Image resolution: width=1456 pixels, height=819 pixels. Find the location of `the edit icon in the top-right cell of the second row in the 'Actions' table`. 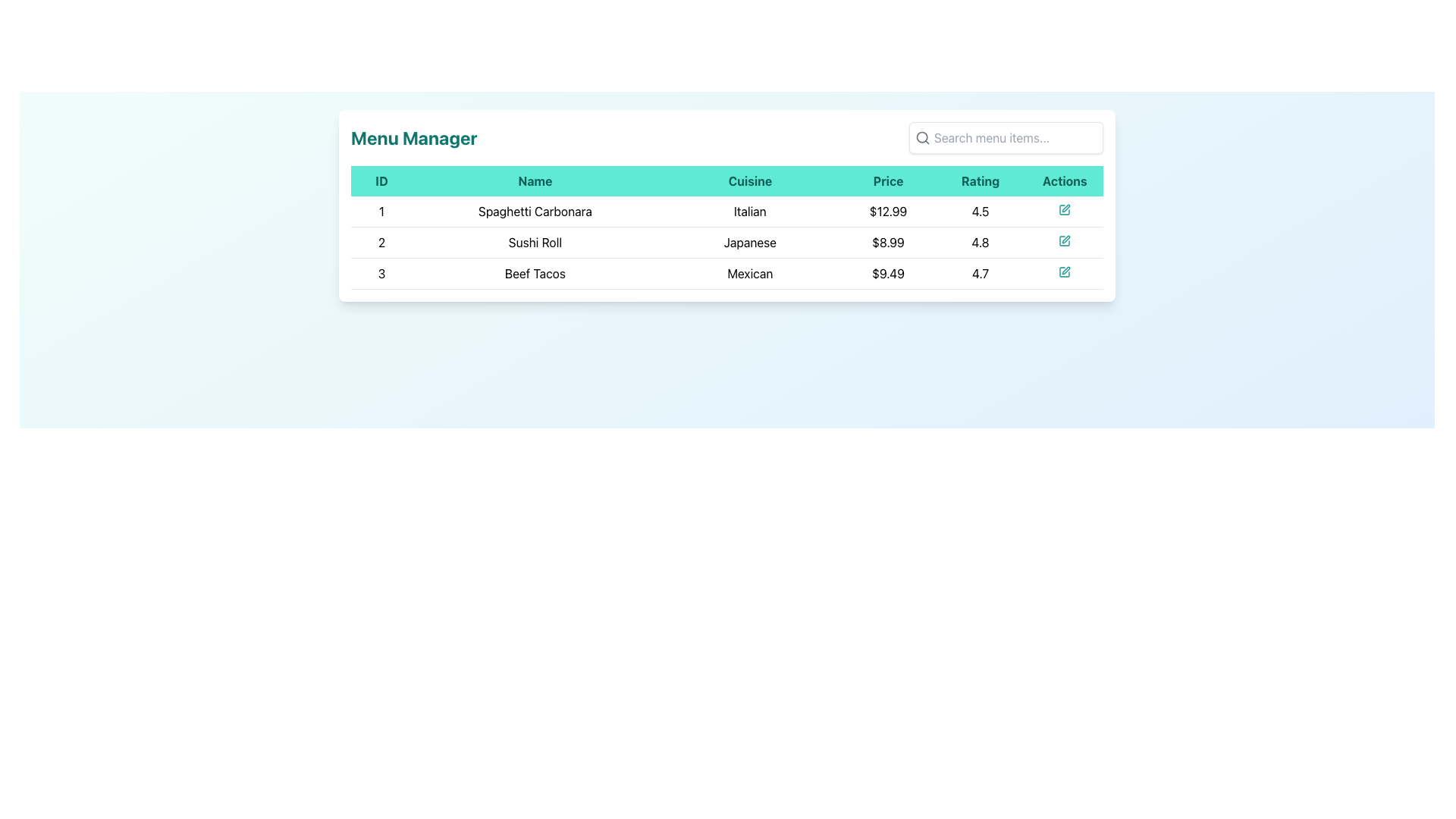

the edit icon in the top-right cell of the second row in the 'Actions' table is located at coordinates (1064, 240).